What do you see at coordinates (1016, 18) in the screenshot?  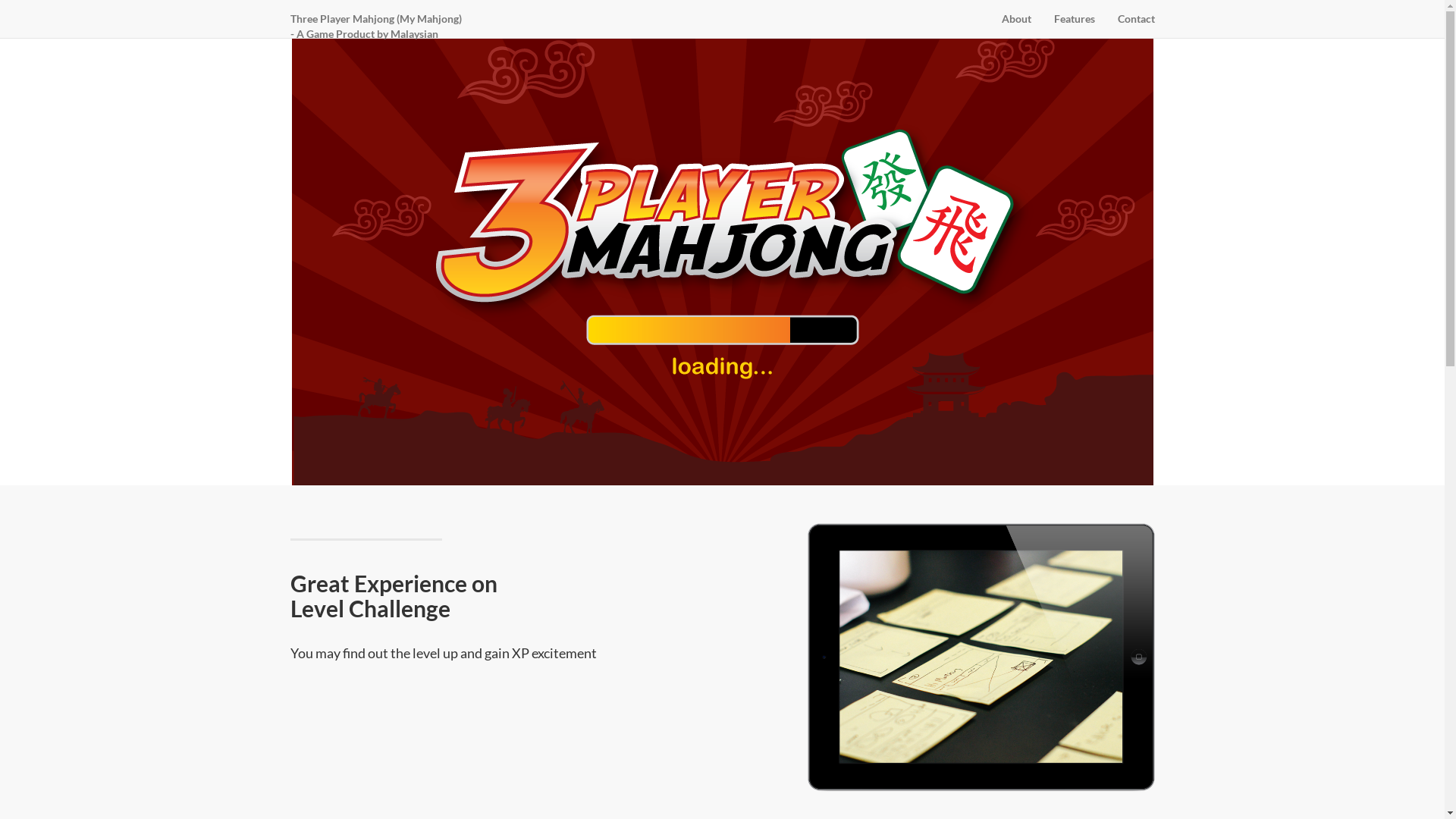 I see `'About'` at bounding box center [1016, 18].